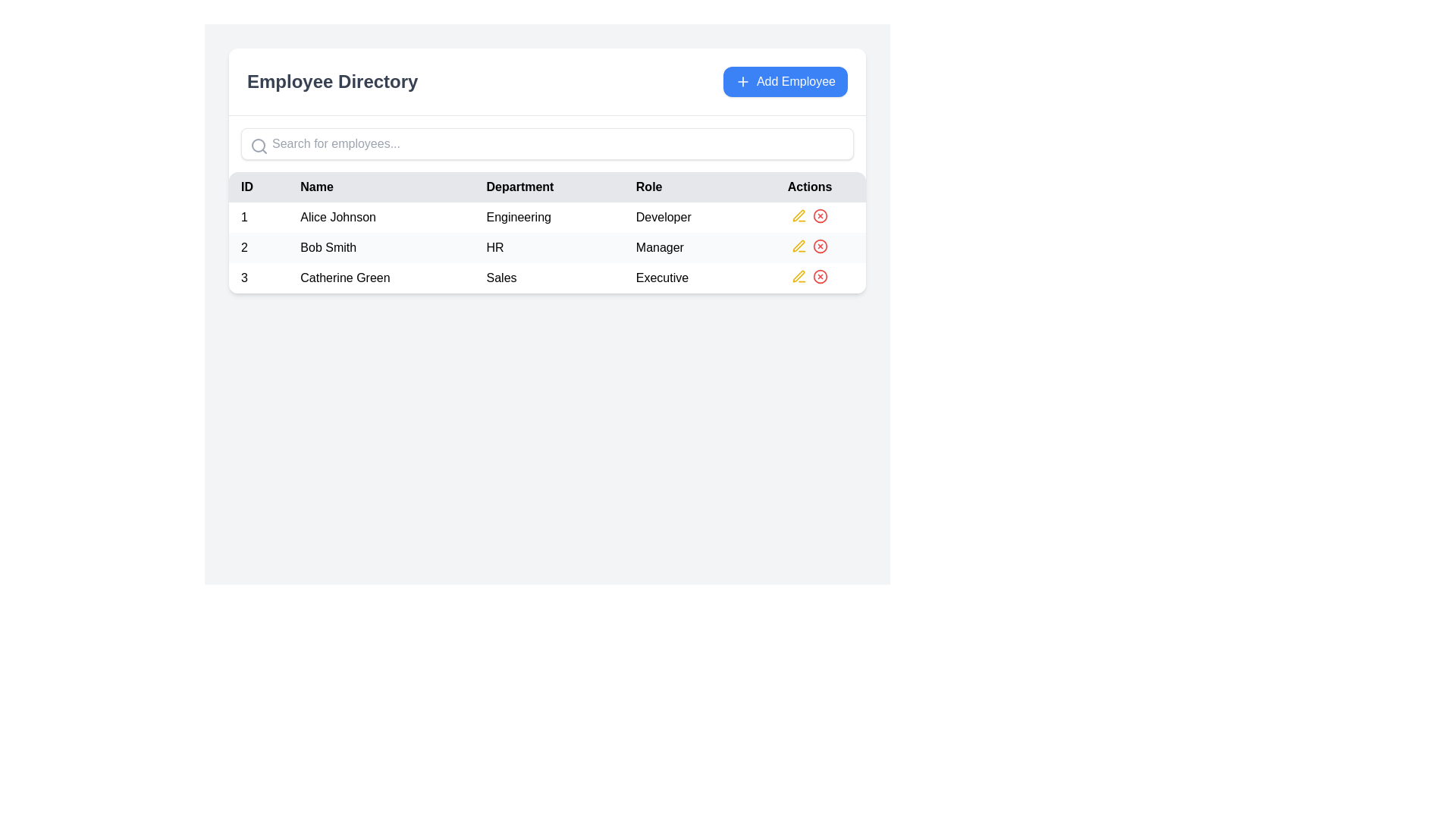 The width and height of the screenshot is (1456, 819). I want to click on the second row of the Employee Directory table, which contains an employee's details including ID, name, department, and role, so click(546, 247).